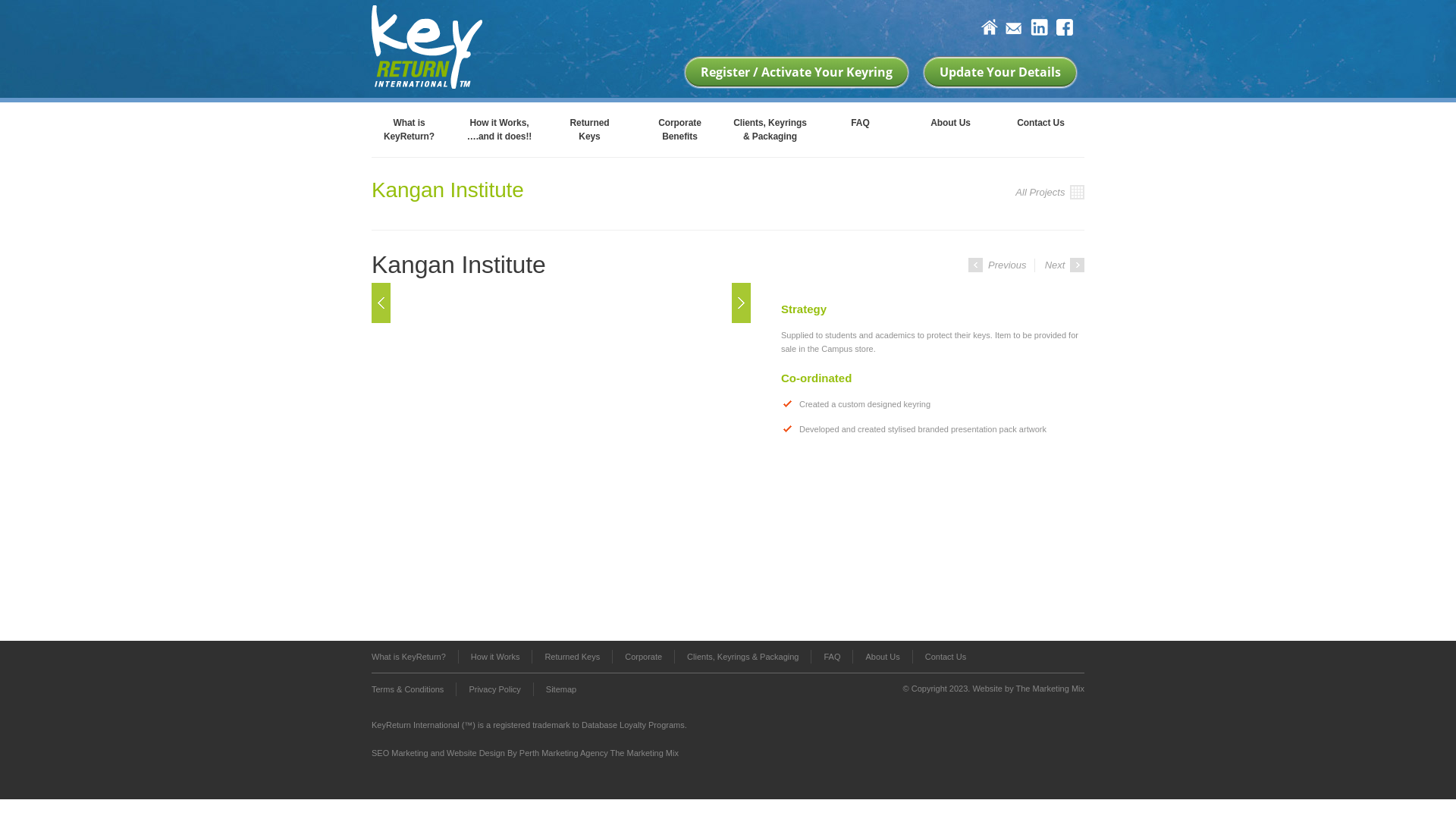 This screenshot has width=1456, height=819. I want to click on 'What is KeyReturn?', so click(415, 656).